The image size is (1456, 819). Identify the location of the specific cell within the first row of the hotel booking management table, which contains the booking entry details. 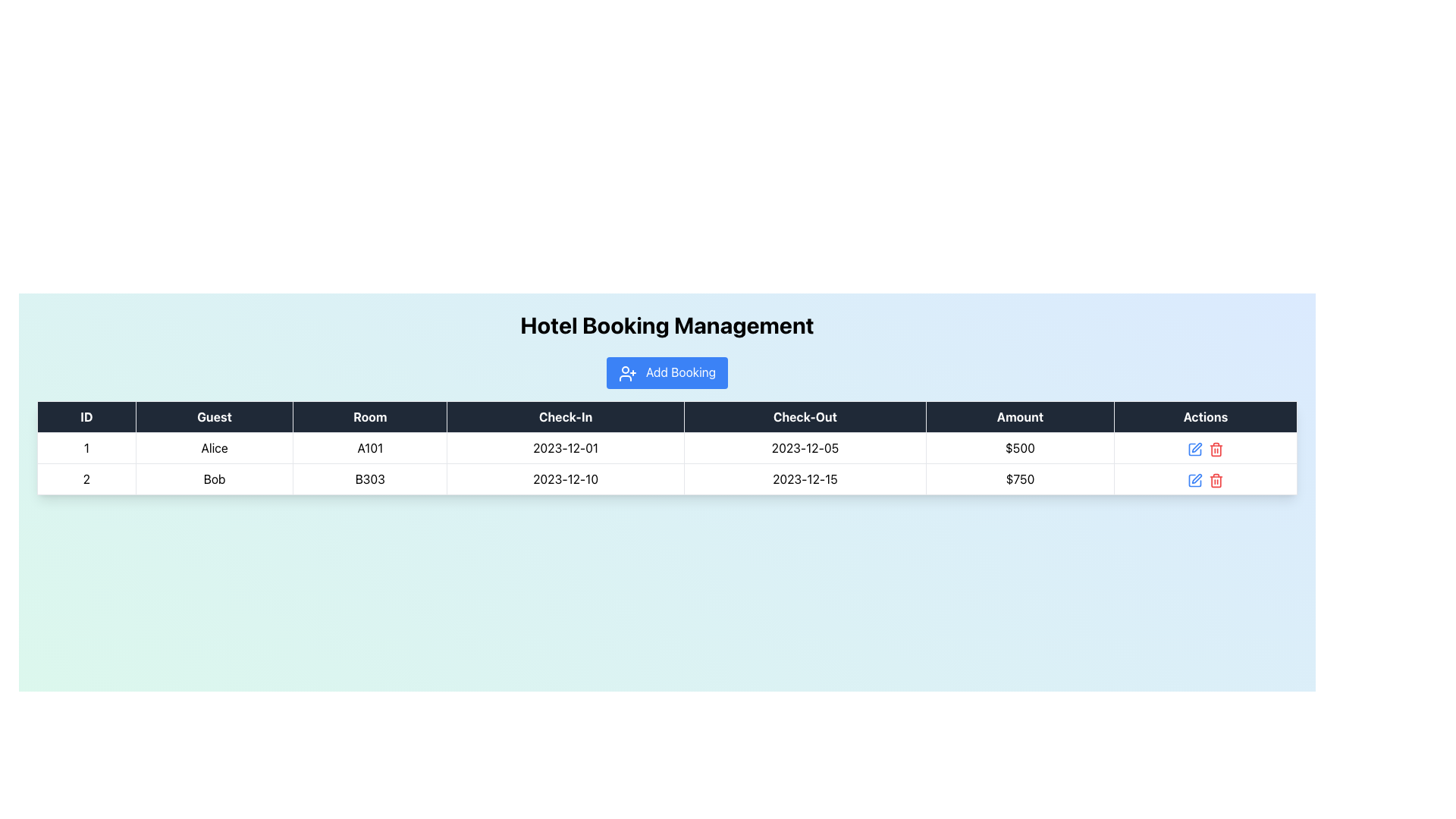
(667, 447).